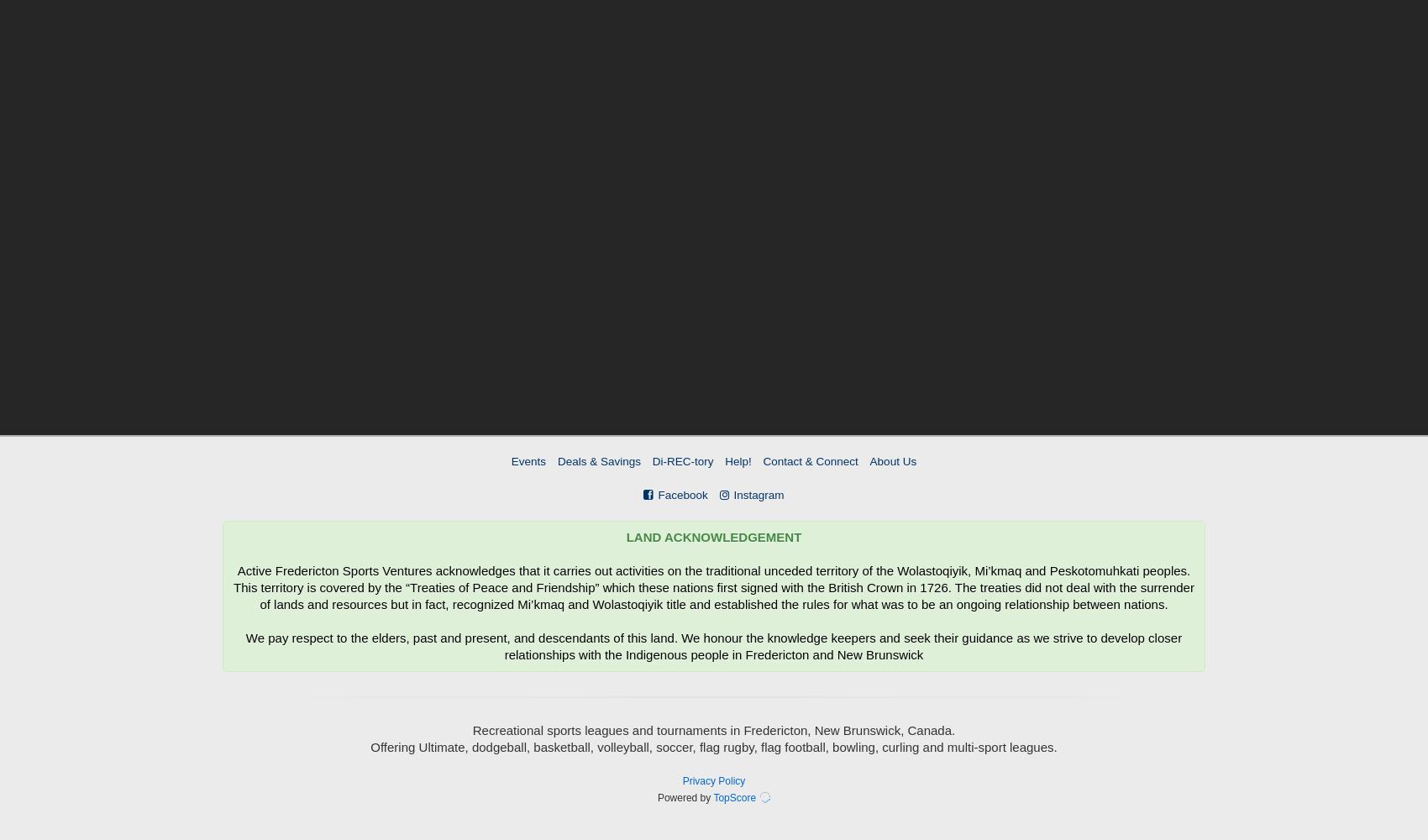 The width and height of the screenshot is (1428, 840). Describe the element at coordinates (759, 494) in the screenshot. I see `'Instagram'` at that location.